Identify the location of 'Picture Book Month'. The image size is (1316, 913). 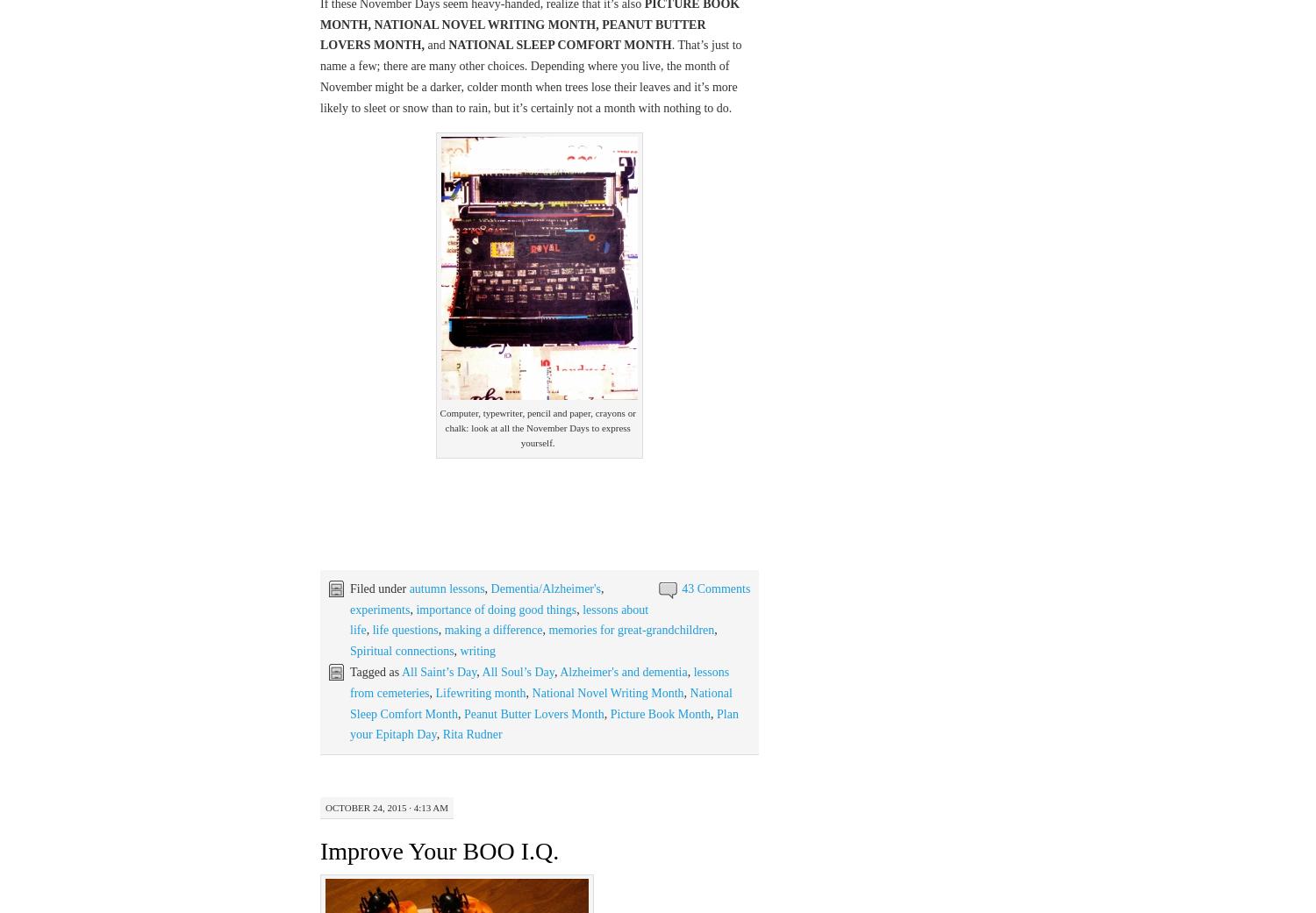
(660, 713).